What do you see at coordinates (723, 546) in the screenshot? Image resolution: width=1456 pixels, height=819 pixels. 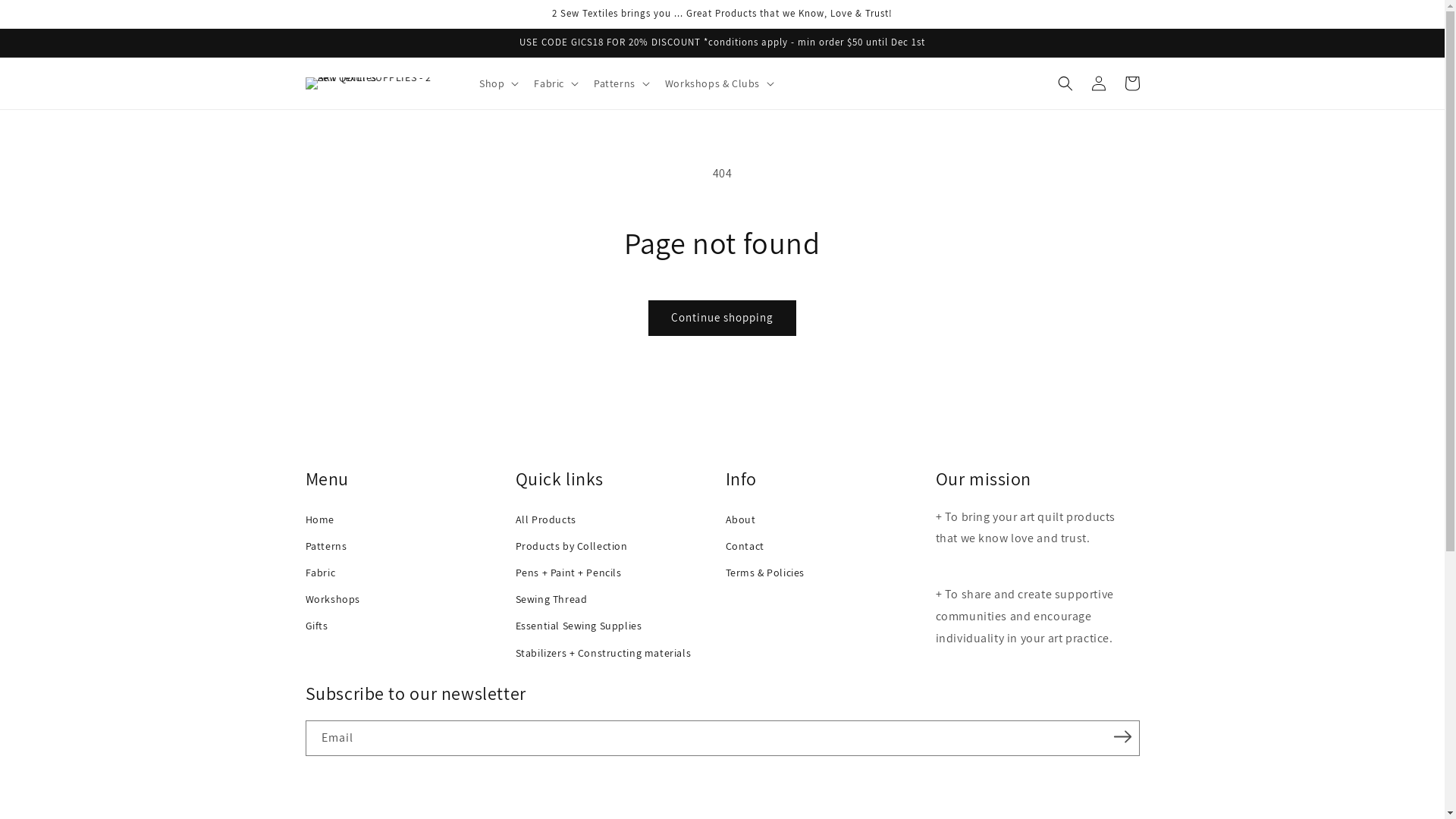 I see `'Contact'` at bounding box center [723, 546].